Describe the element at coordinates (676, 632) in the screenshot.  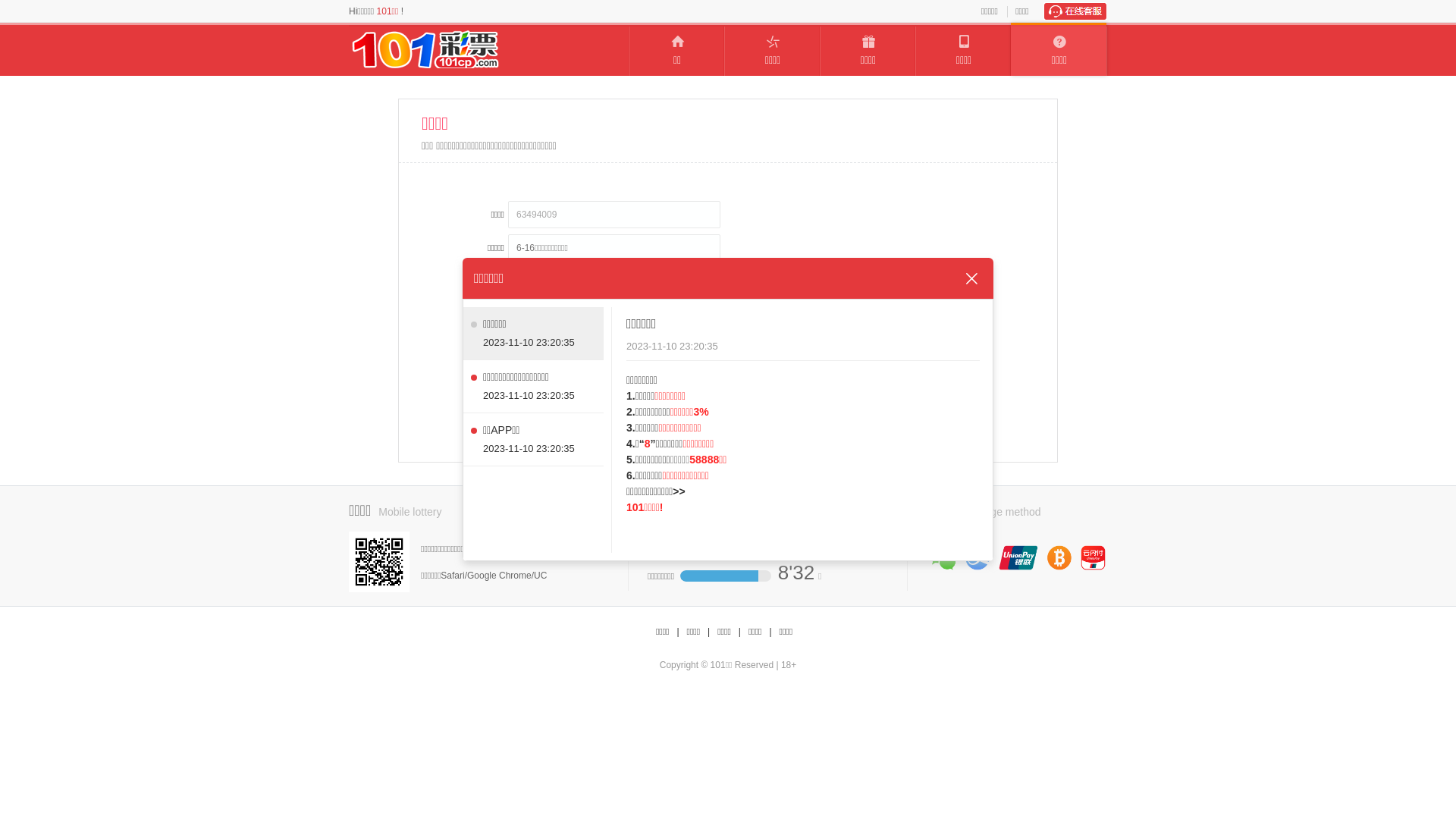
I see `'|'` at that location.